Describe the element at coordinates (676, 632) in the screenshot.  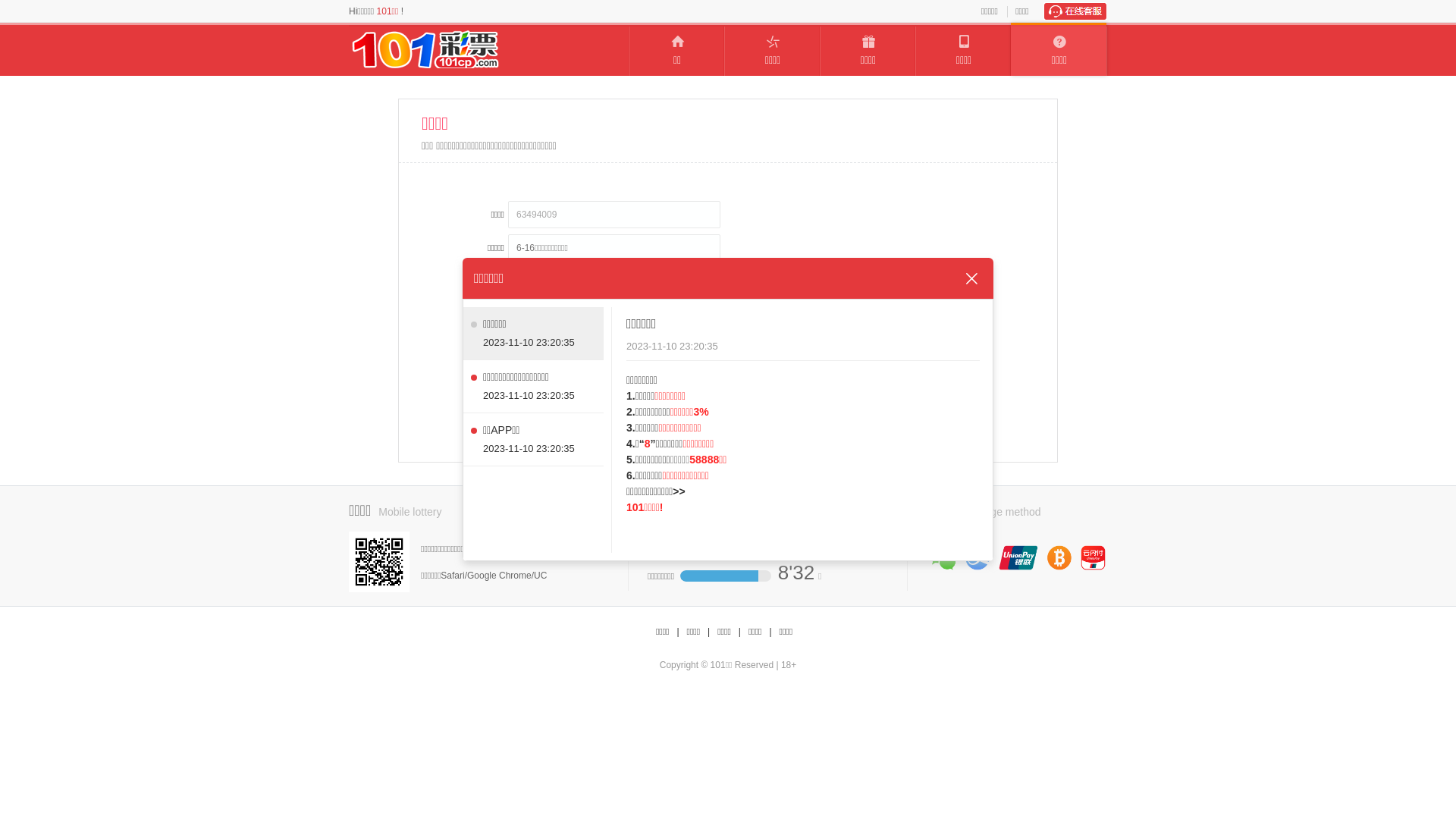
I see `'|'` at that location.